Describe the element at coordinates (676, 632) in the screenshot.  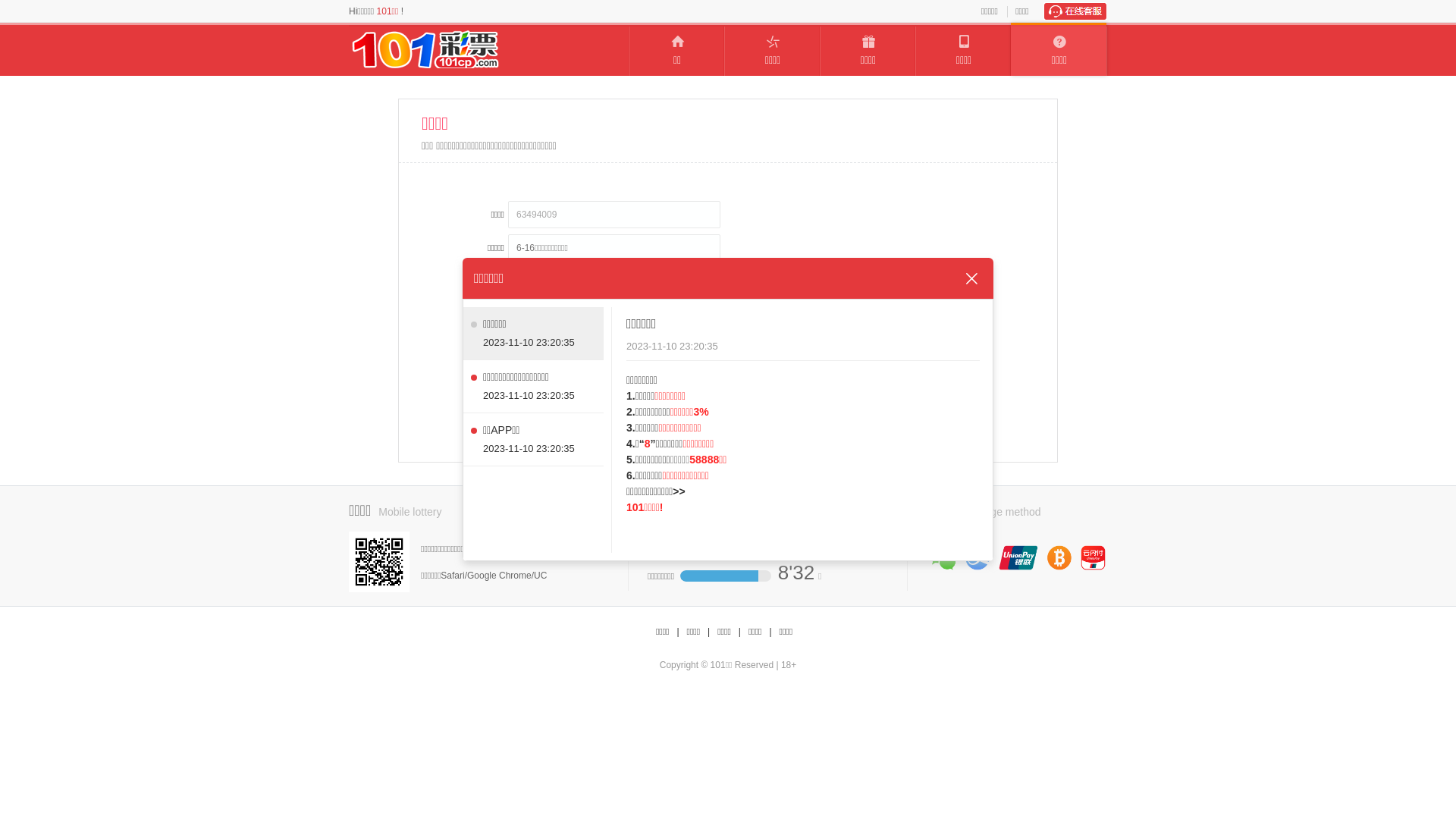
I see `'|'` at that location.